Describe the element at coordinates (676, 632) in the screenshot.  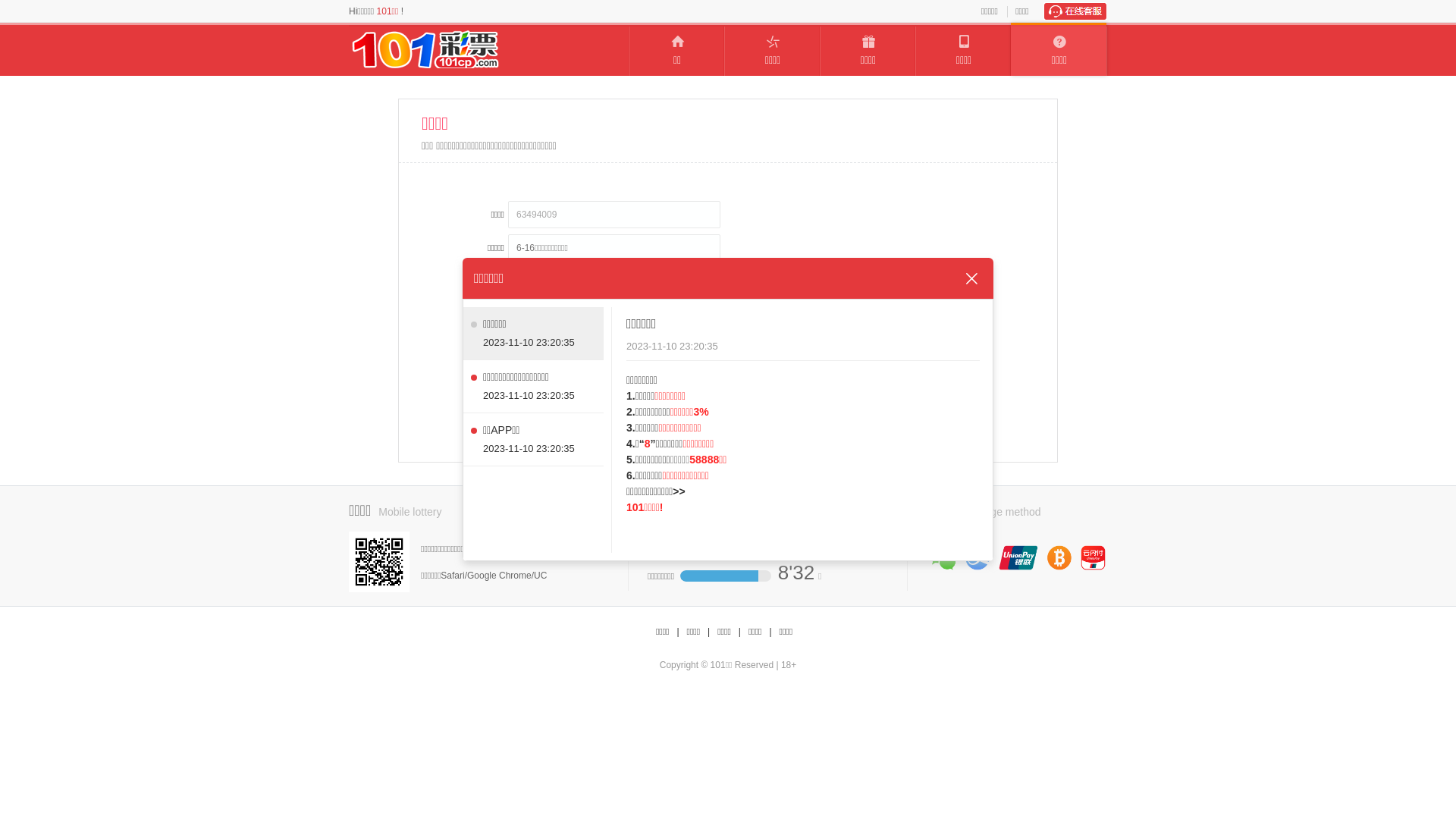
I see `'|'` at that location.